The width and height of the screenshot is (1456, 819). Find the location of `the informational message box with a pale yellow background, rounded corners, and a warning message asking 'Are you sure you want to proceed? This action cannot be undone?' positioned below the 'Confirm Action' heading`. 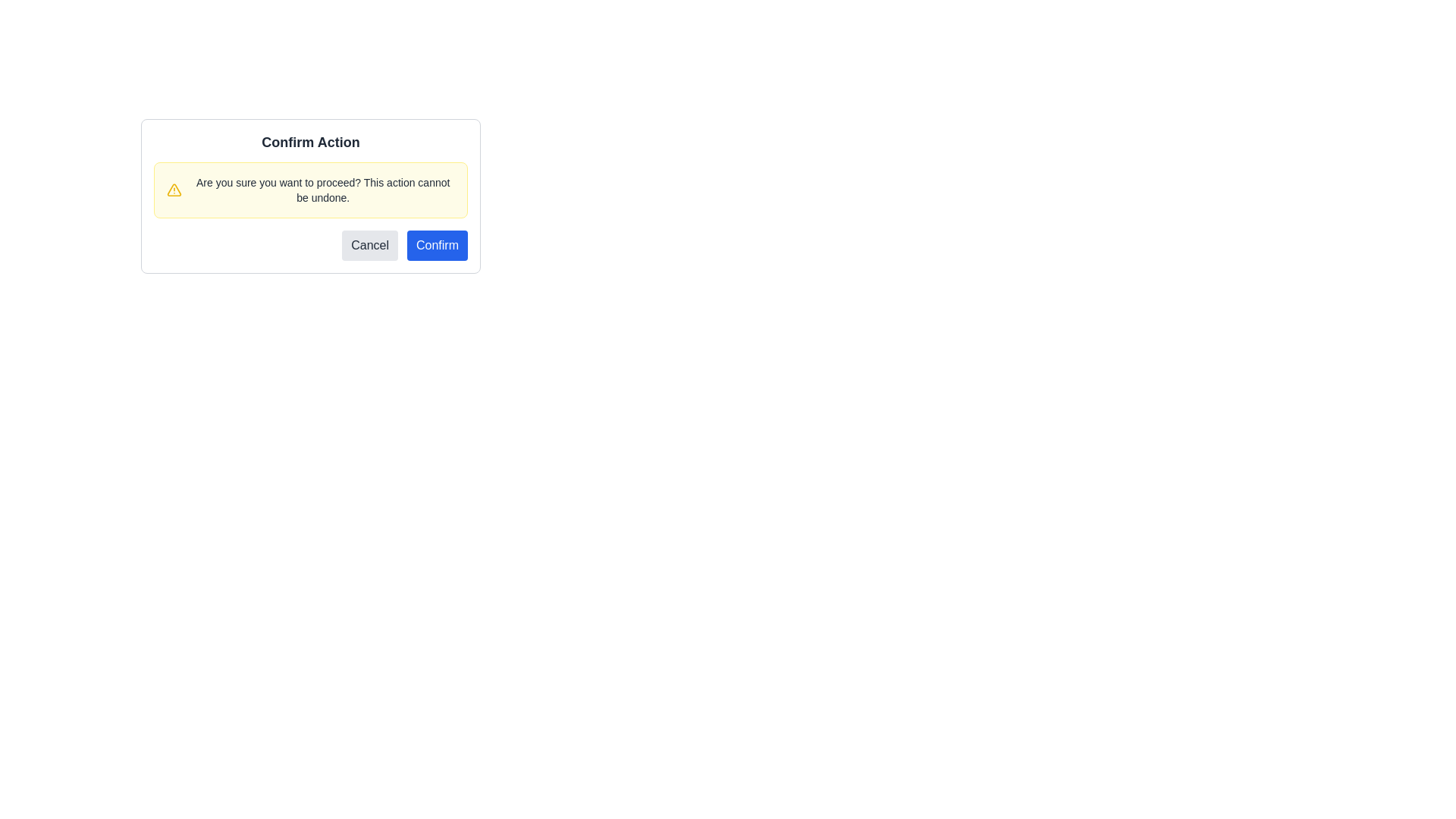

the informational message box with a pale yellow background, rounded corners, and a warning message asking 'Are you sure you want to proceed? This action cannot be undone?' positioned below the 'Confirm Action' heading is located at coordinates (309, 189).